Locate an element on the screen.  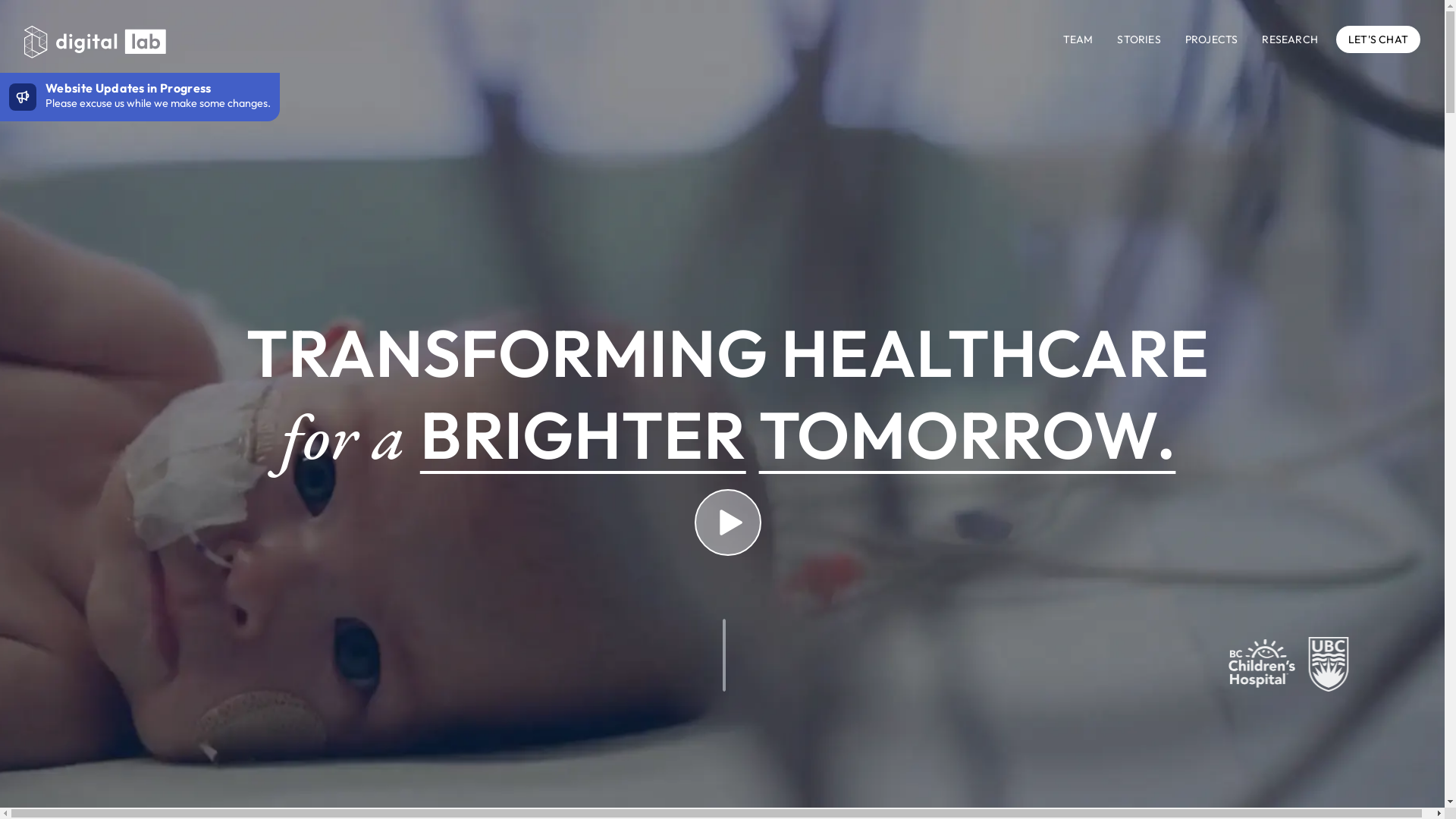
'LET'S CHAT' is located at coordinates (1378, 38).